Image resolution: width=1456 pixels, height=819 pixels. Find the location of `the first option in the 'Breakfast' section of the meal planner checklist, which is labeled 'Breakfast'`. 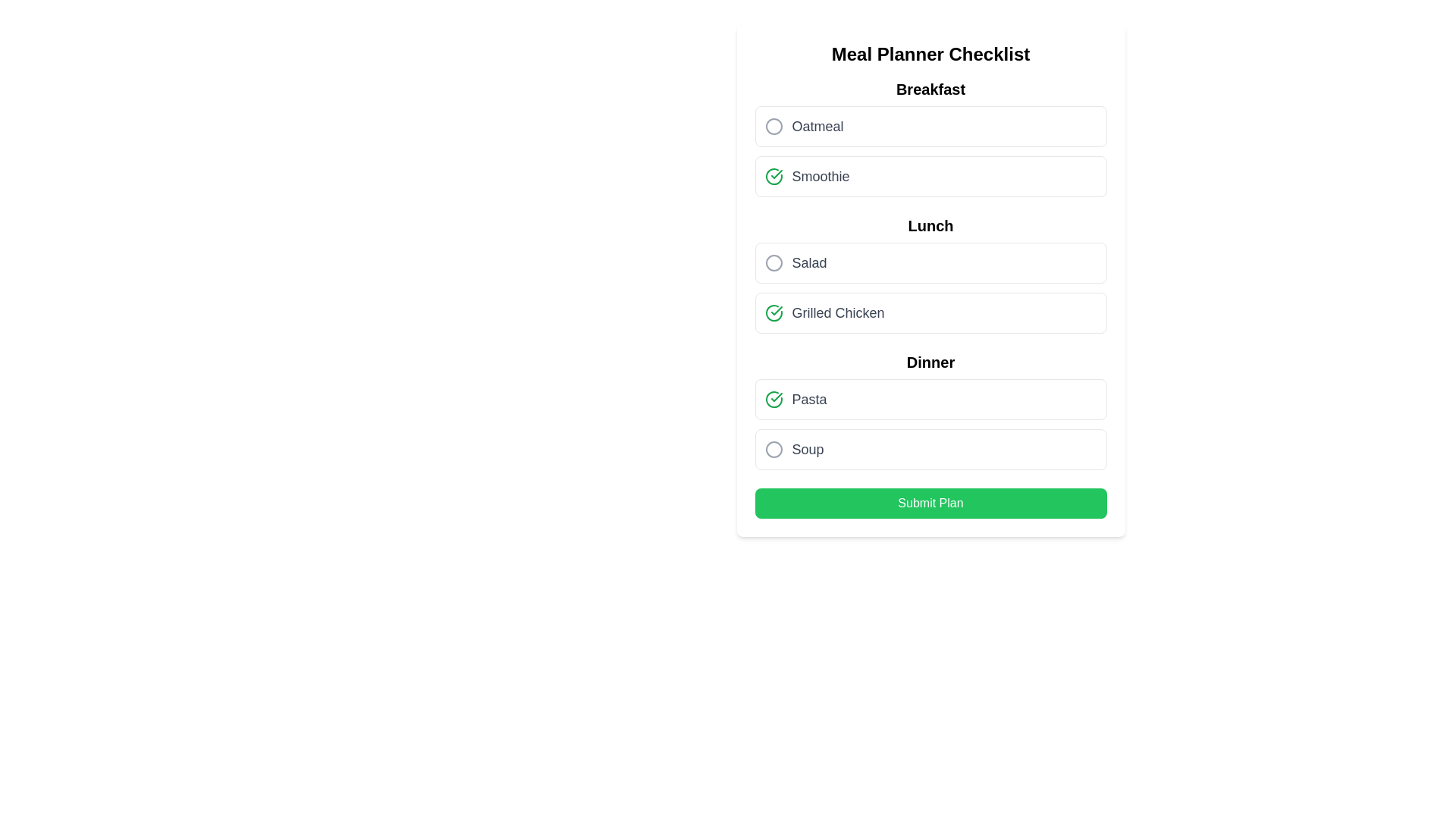

the first option in the 'Breakfast' section of the meal planner checklist, which is labeled 'Breakfast' is located at coordinates (930, 125).